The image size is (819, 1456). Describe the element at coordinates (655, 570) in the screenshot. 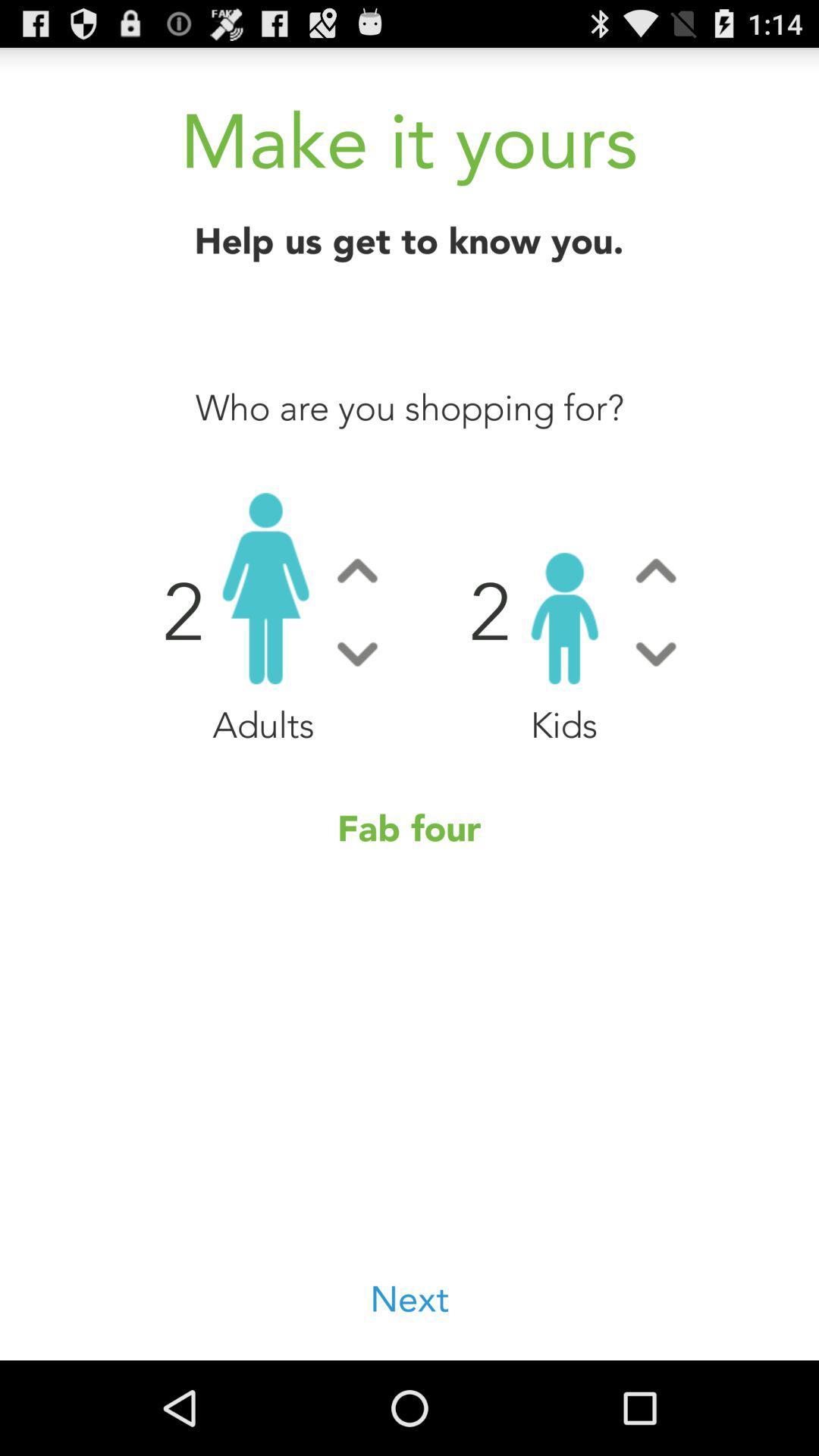

I see `increase button` at that location.